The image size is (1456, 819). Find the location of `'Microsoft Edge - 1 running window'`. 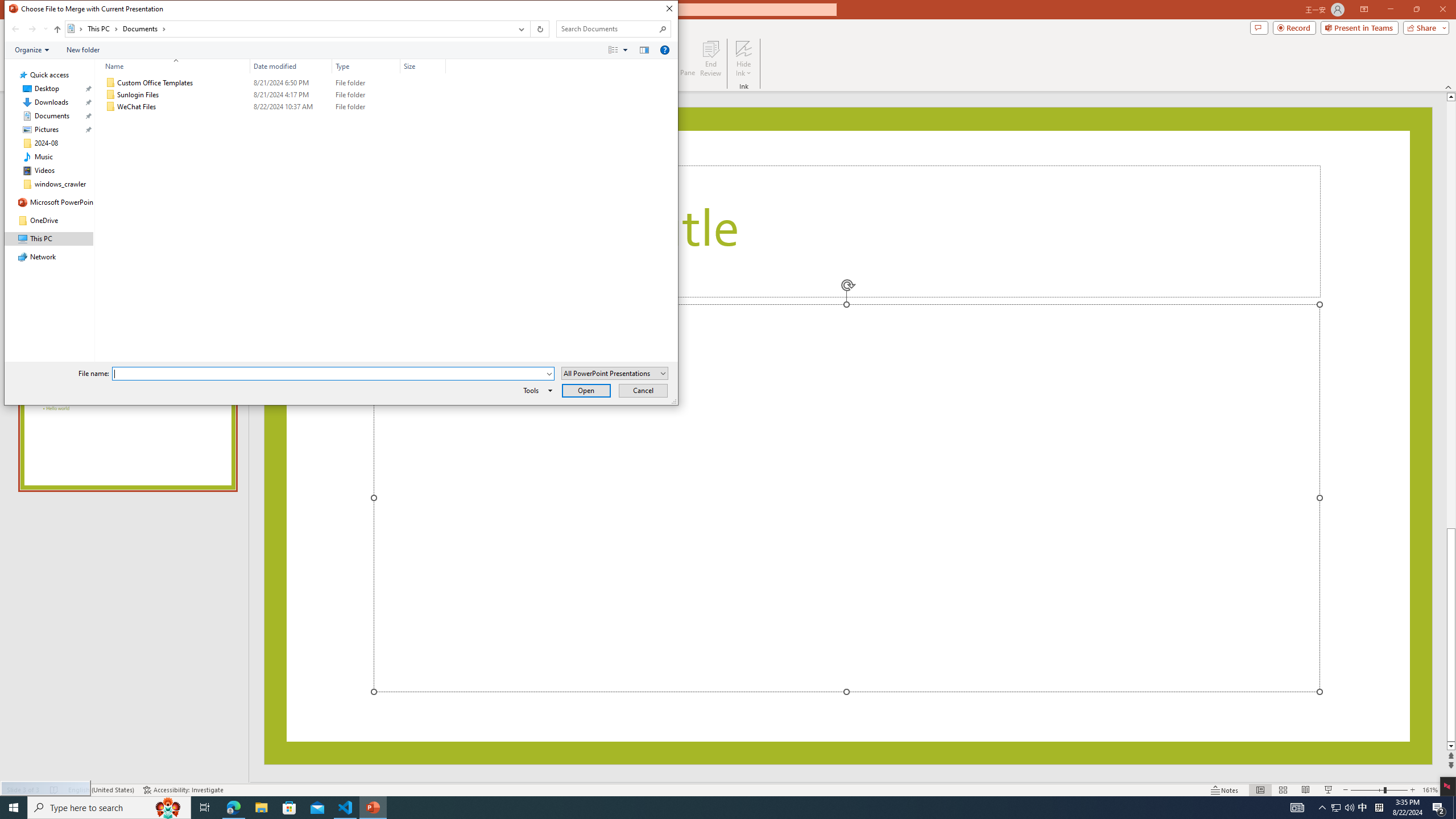

'Microsoft Edge - 1 running window' is located at coordinates (233, 806).